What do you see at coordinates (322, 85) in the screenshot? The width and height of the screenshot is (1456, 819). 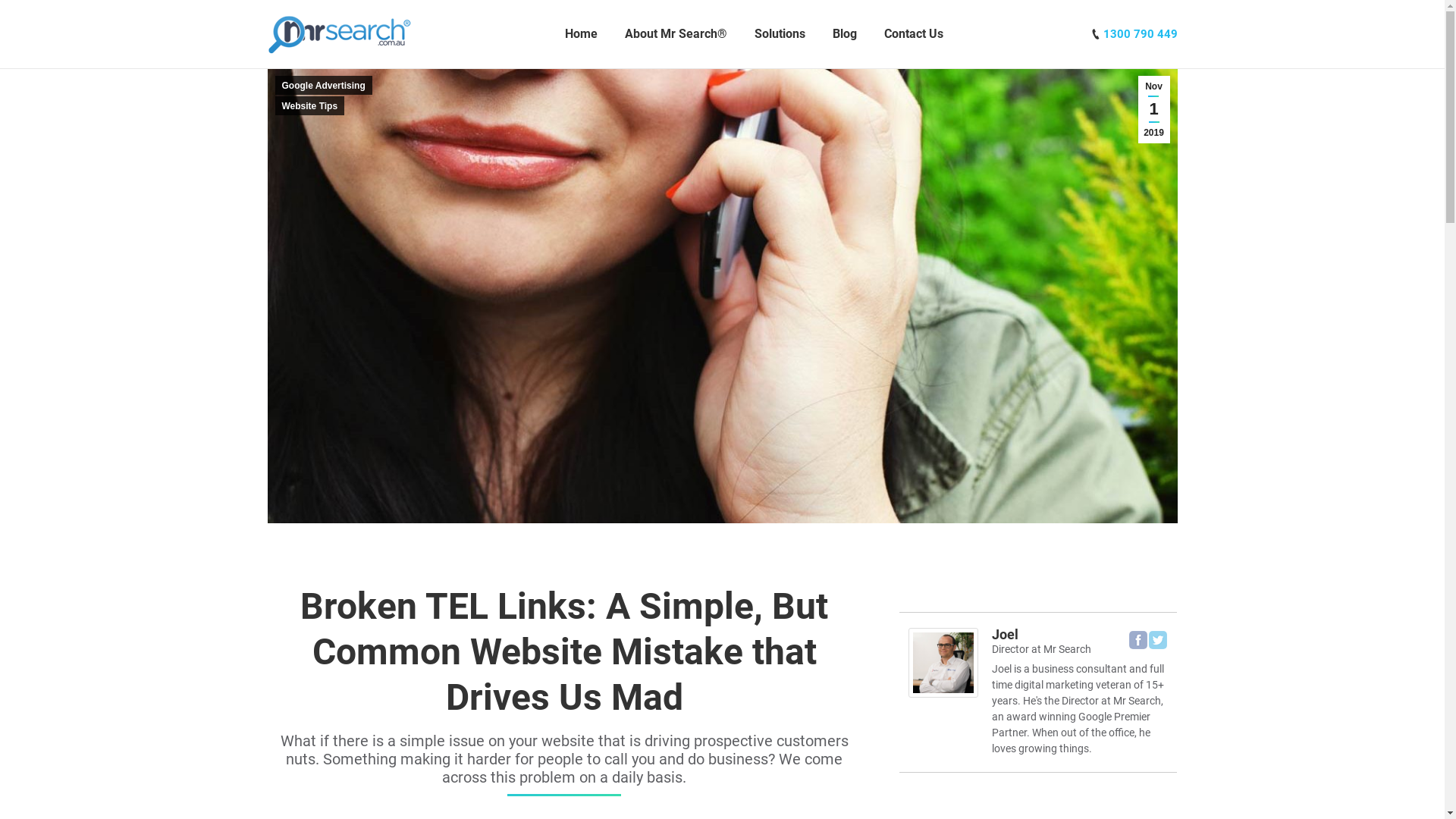 I see `'Google Advertising'` at bounding box center [322, 85].